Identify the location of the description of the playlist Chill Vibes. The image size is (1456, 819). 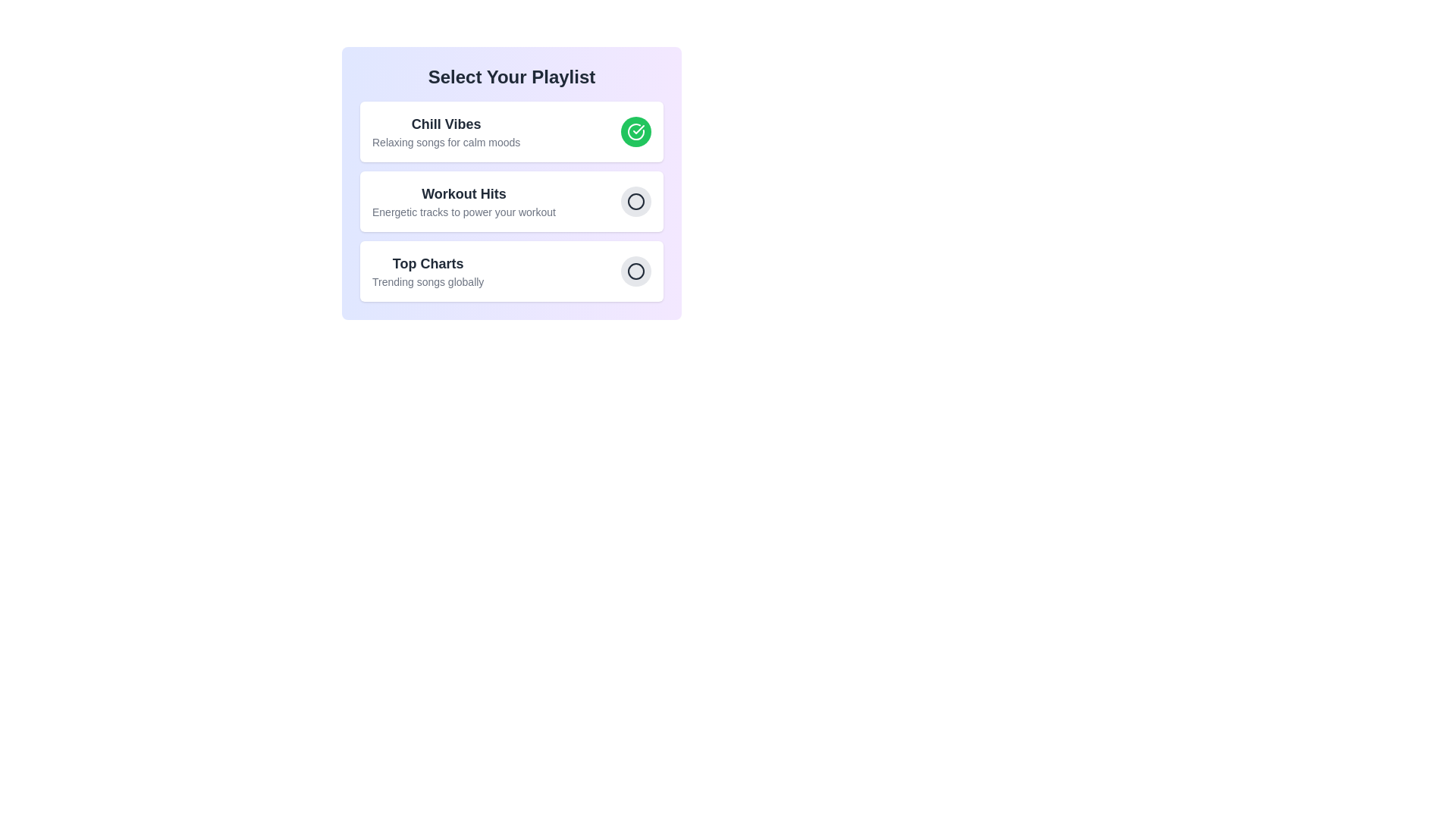
(445, 143).